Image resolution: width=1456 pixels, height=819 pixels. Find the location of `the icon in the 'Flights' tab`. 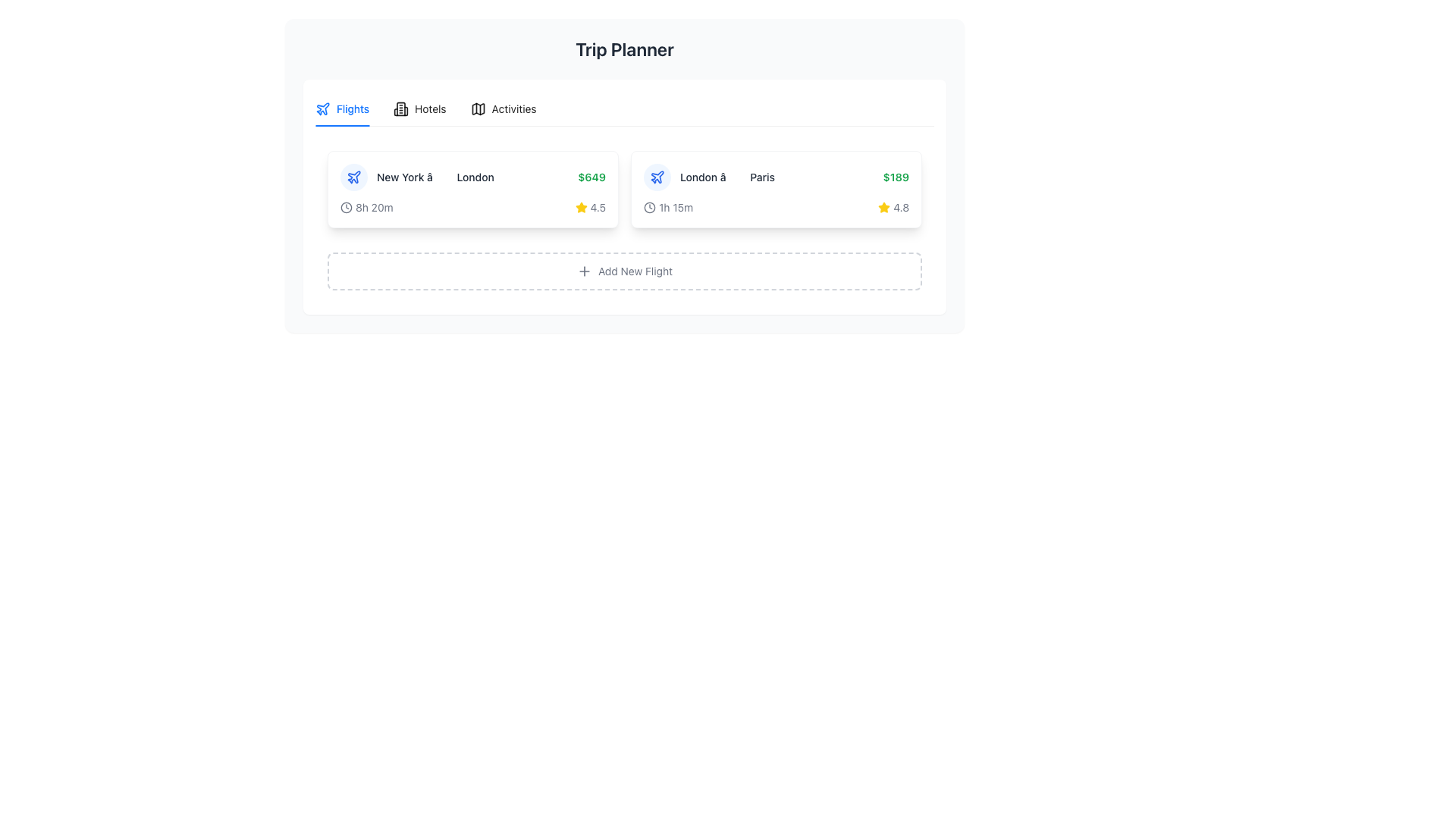

the icon in the 'Flights' tab is located at coordinates (331, 104).